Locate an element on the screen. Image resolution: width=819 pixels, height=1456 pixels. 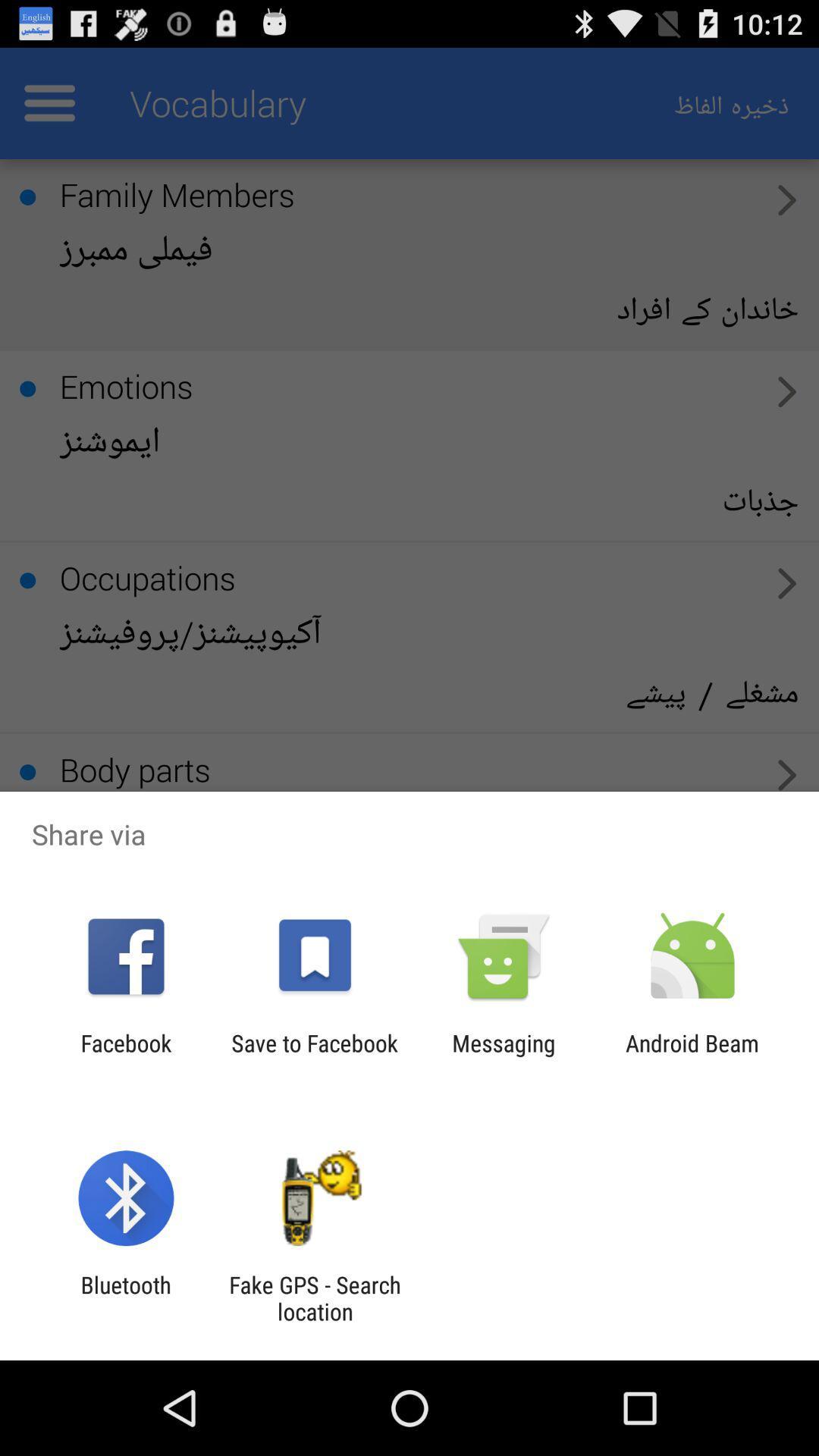
the icon to the right of the save to facebook is located at coordinates (504, 1056).